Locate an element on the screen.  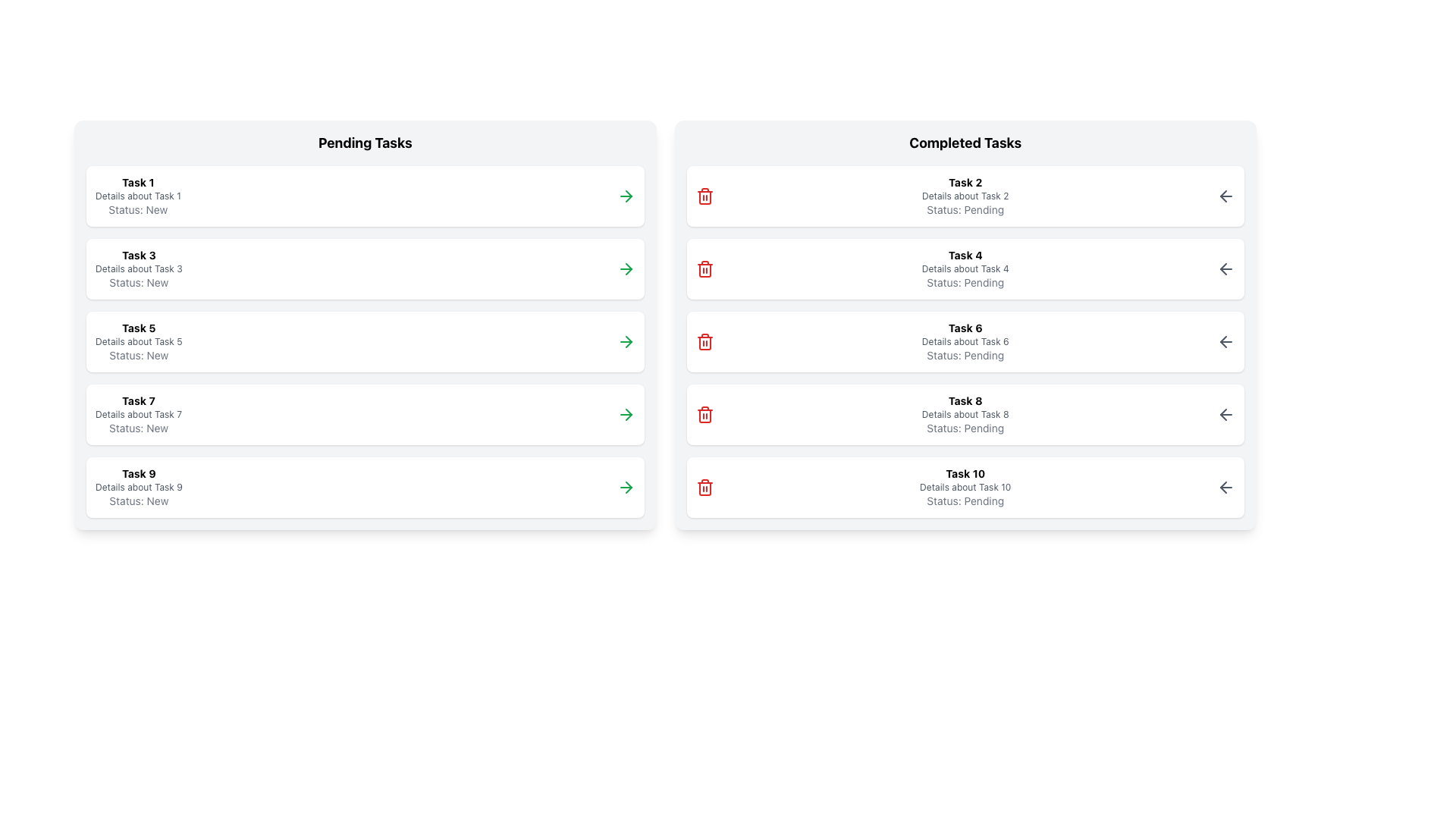
the fifth task item in the 'Pending Tasks' list that displays information about 'Task 9' is located at coordinates (139, 488).